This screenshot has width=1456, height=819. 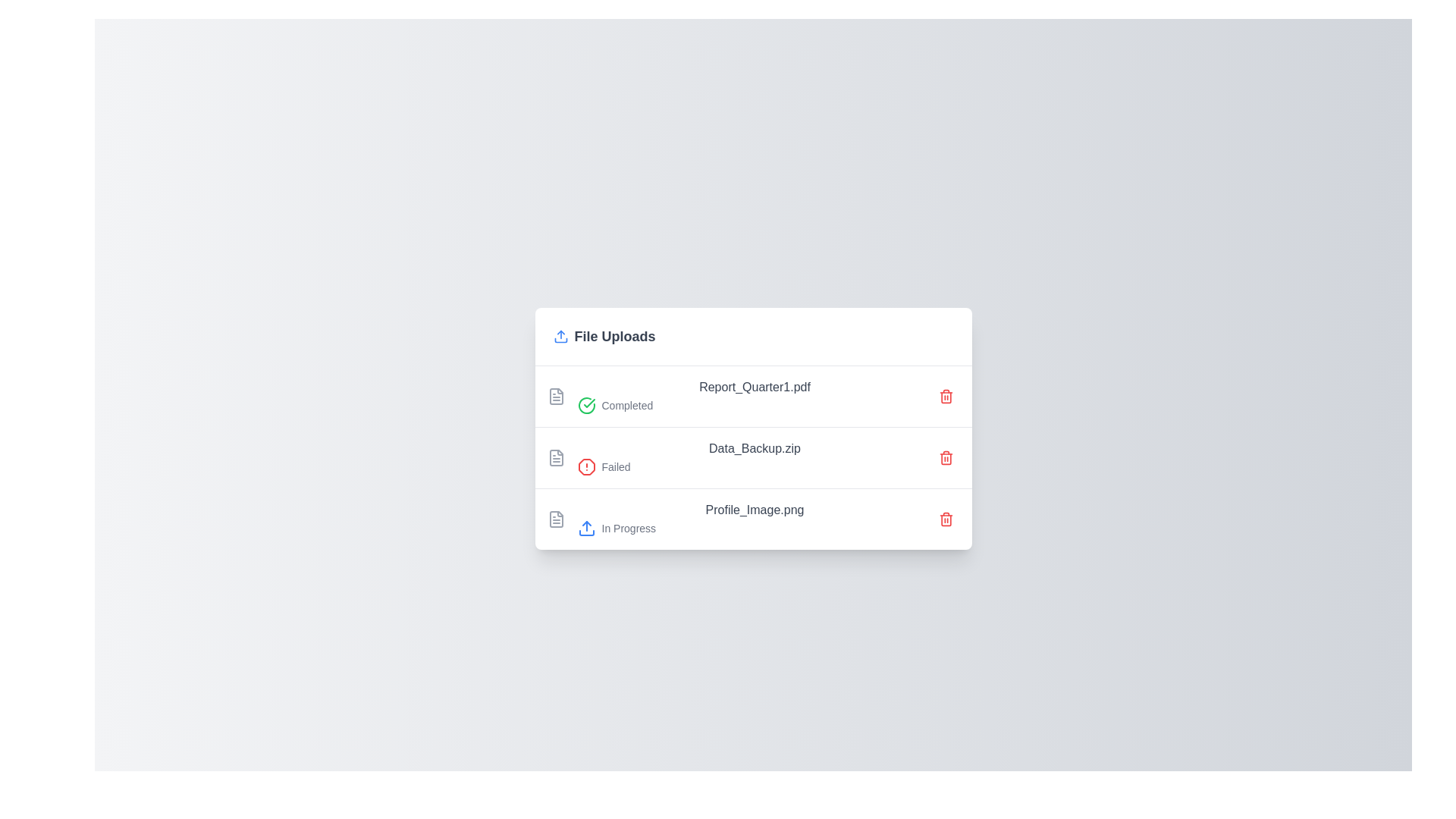 I want to click on file name for details on the second list item indicating a failed status for 'Data_Backup.zip' in the 'File Uploads' list, so click(x=753, y=456).